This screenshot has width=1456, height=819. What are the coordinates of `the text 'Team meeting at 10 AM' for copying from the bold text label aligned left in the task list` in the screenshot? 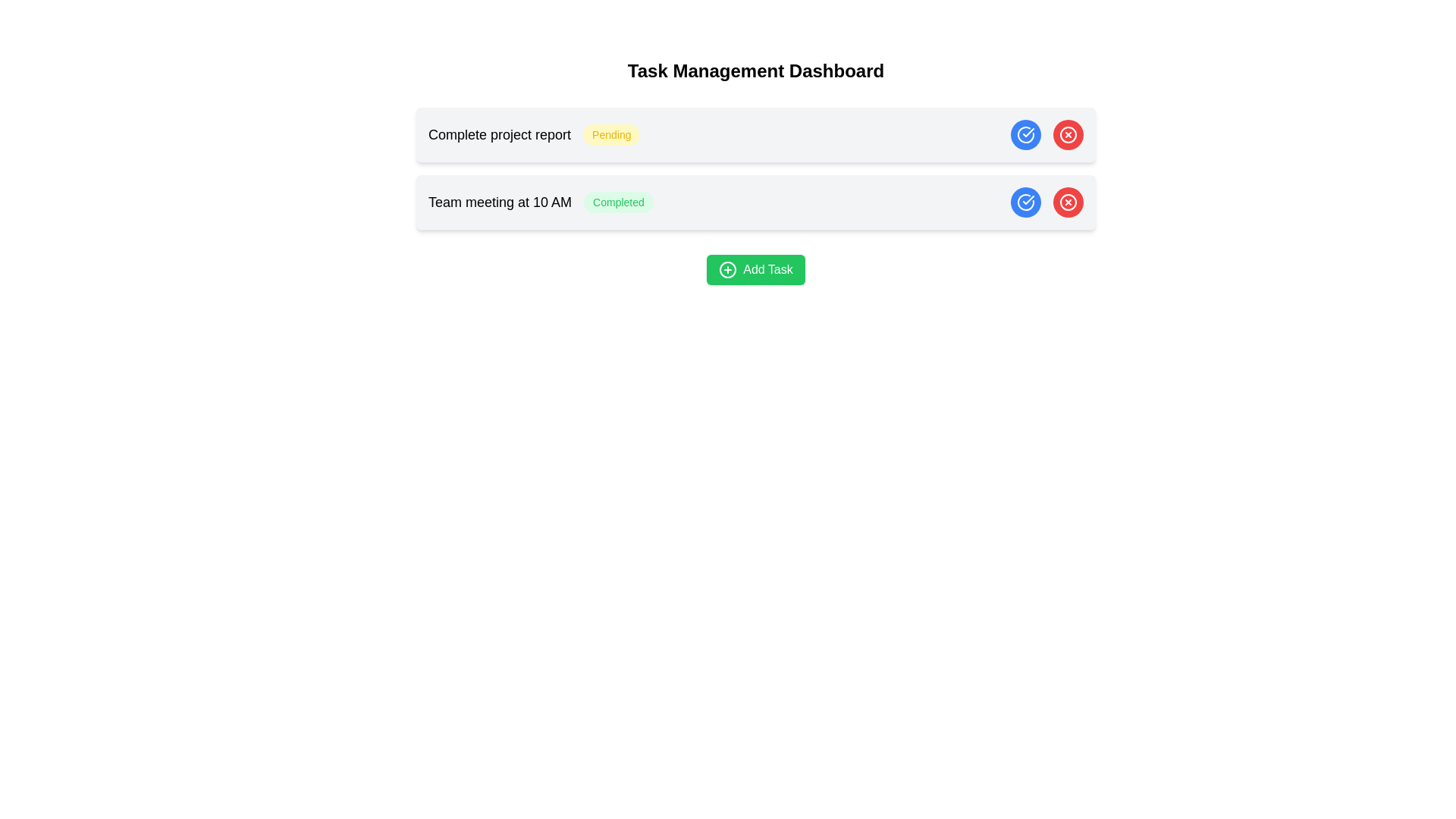 It's located at (500, 201).